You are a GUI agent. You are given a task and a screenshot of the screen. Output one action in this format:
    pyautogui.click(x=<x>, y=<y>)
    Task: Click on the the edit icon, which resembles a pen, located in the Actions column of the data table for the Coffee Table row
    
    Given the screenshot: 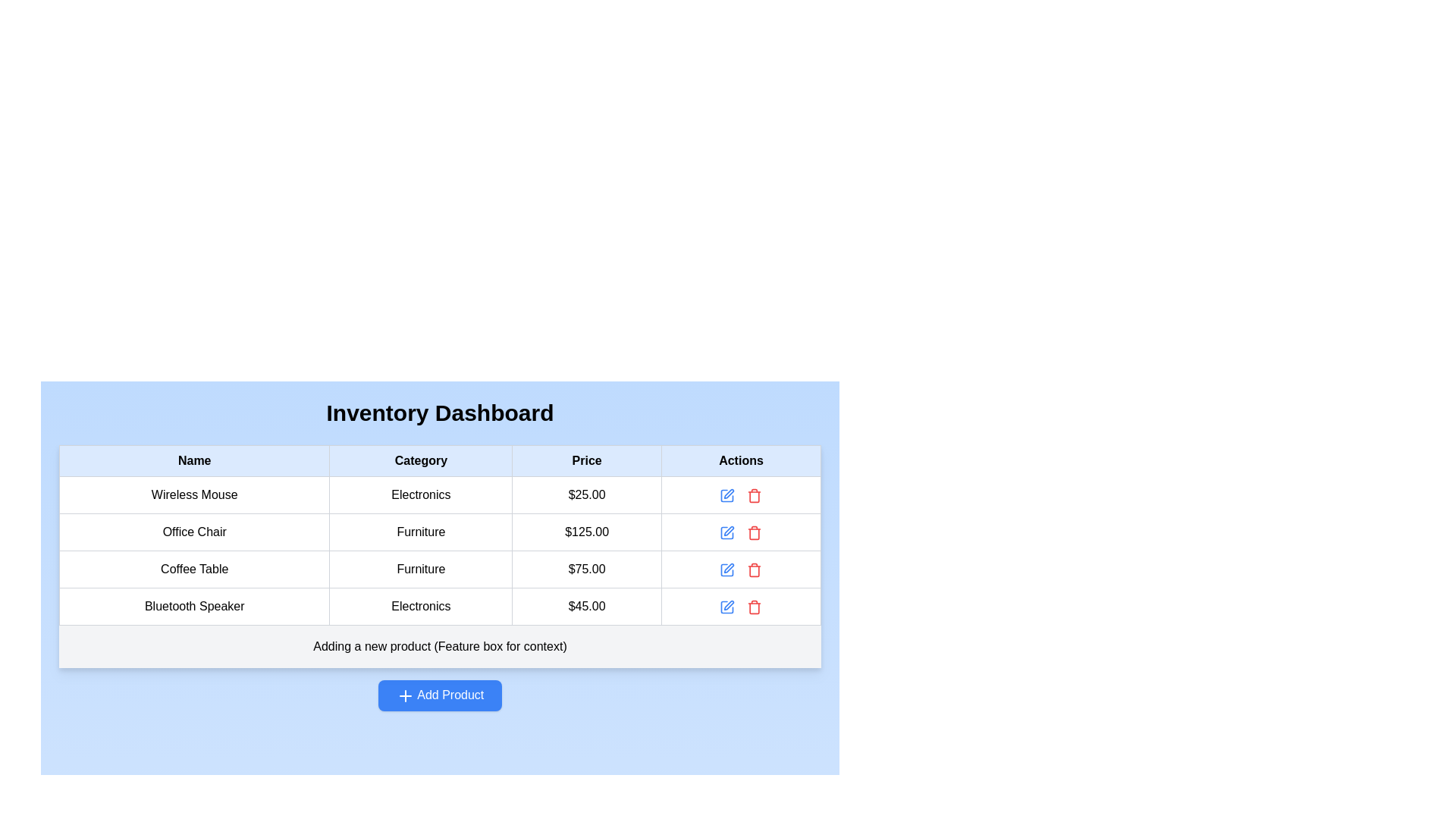 What is the action you would take?
    pyautogui.click(x=726, y=570)
    